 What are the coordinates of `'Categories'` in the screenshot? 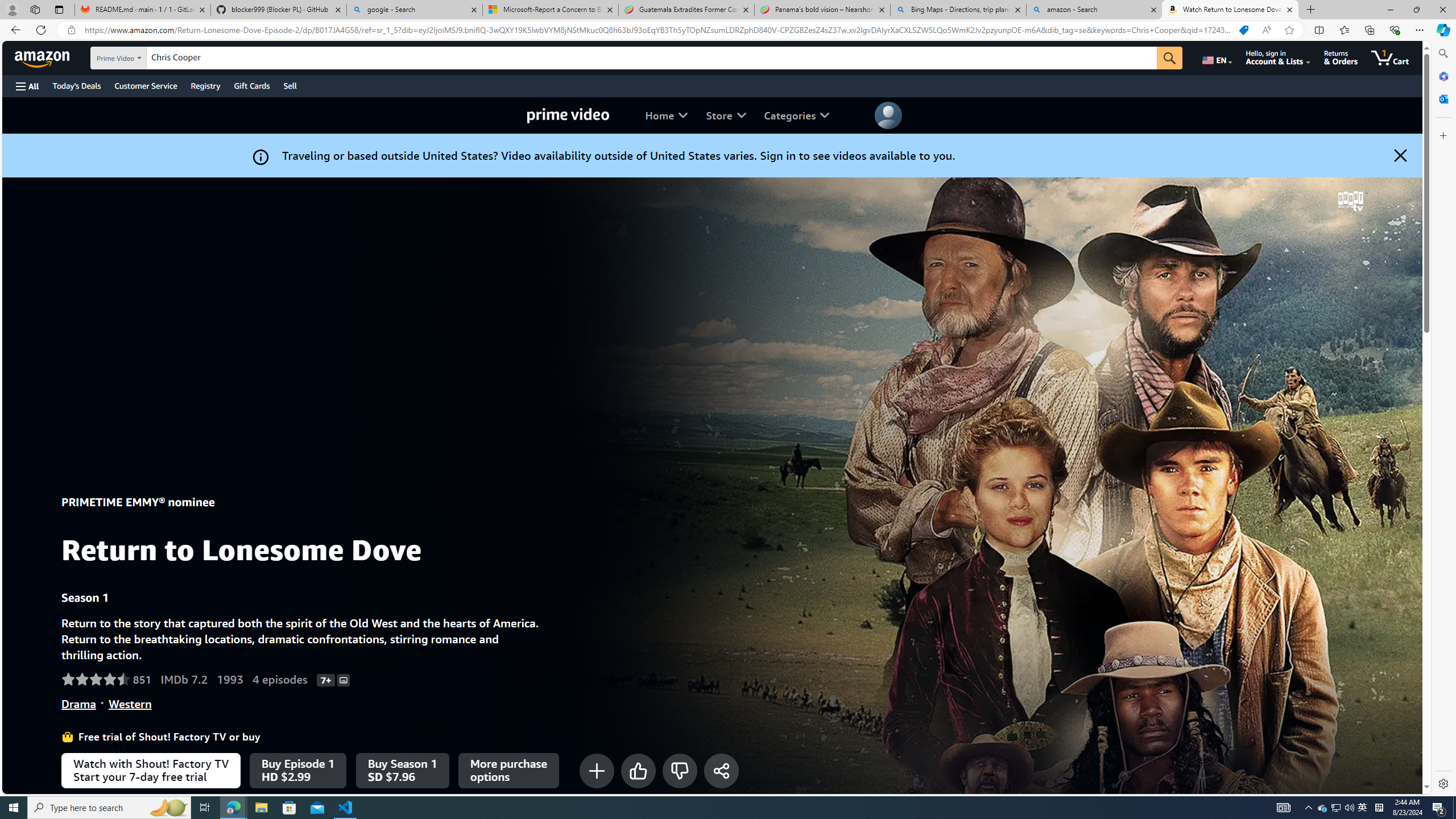 It's located at (796, 115).